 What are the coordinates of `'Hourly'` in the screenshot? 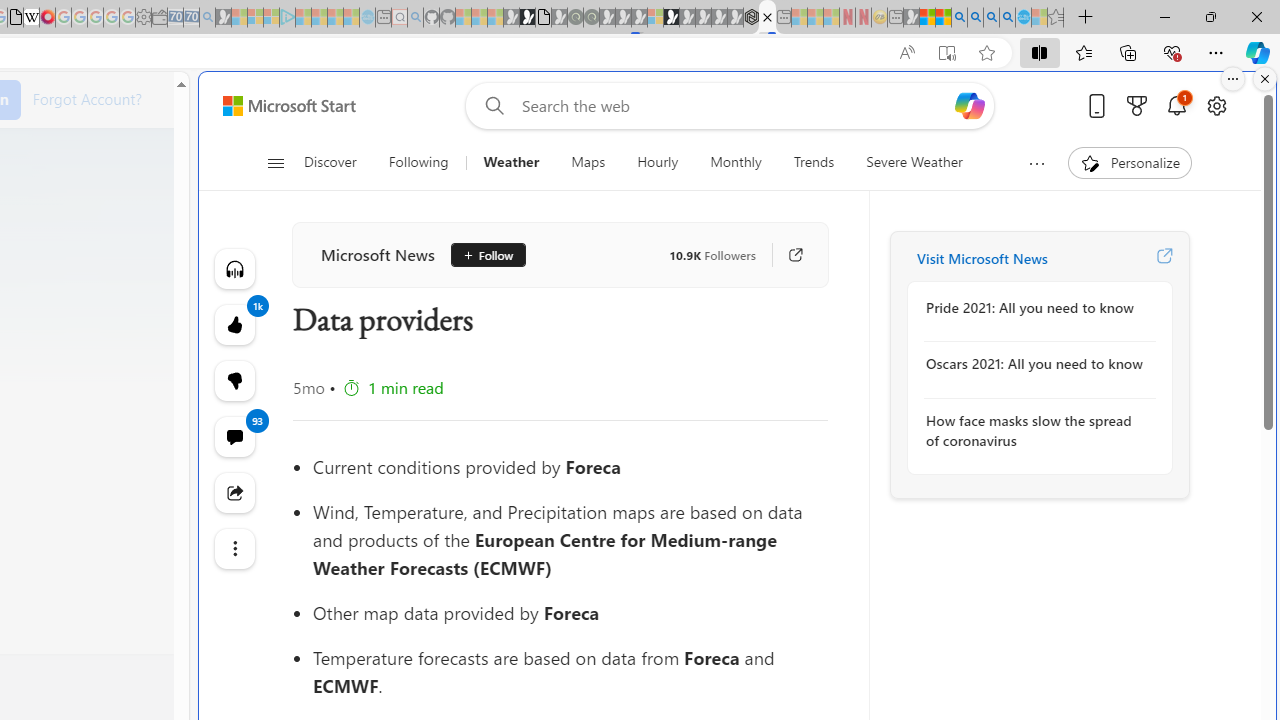 It's located at (657, 162).